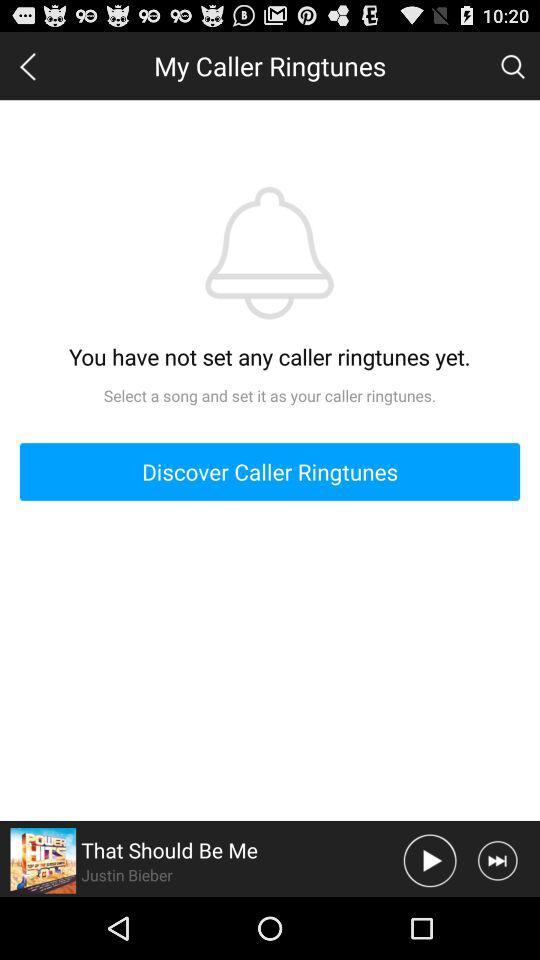 This screenshot has width=540, height=960. I want to click on search, so click(512, 65).